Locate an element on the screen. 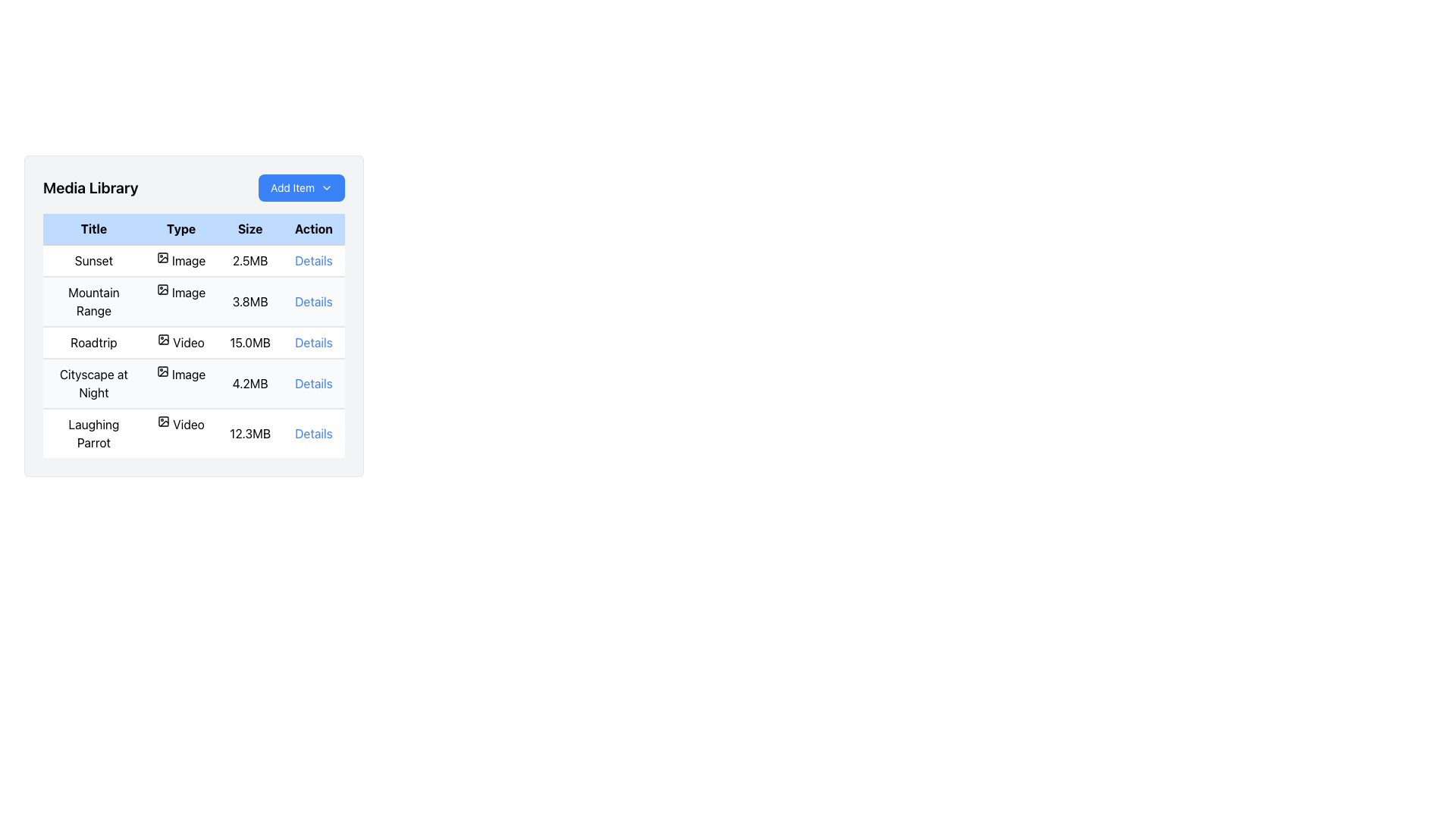 The height and width of the screenshot is (819, 1456). the Text label with the word 'Image' and picture frame icon, located in the row for 'Cityscape at Night' under the 'Type' column is located at coordinates (181, 374).